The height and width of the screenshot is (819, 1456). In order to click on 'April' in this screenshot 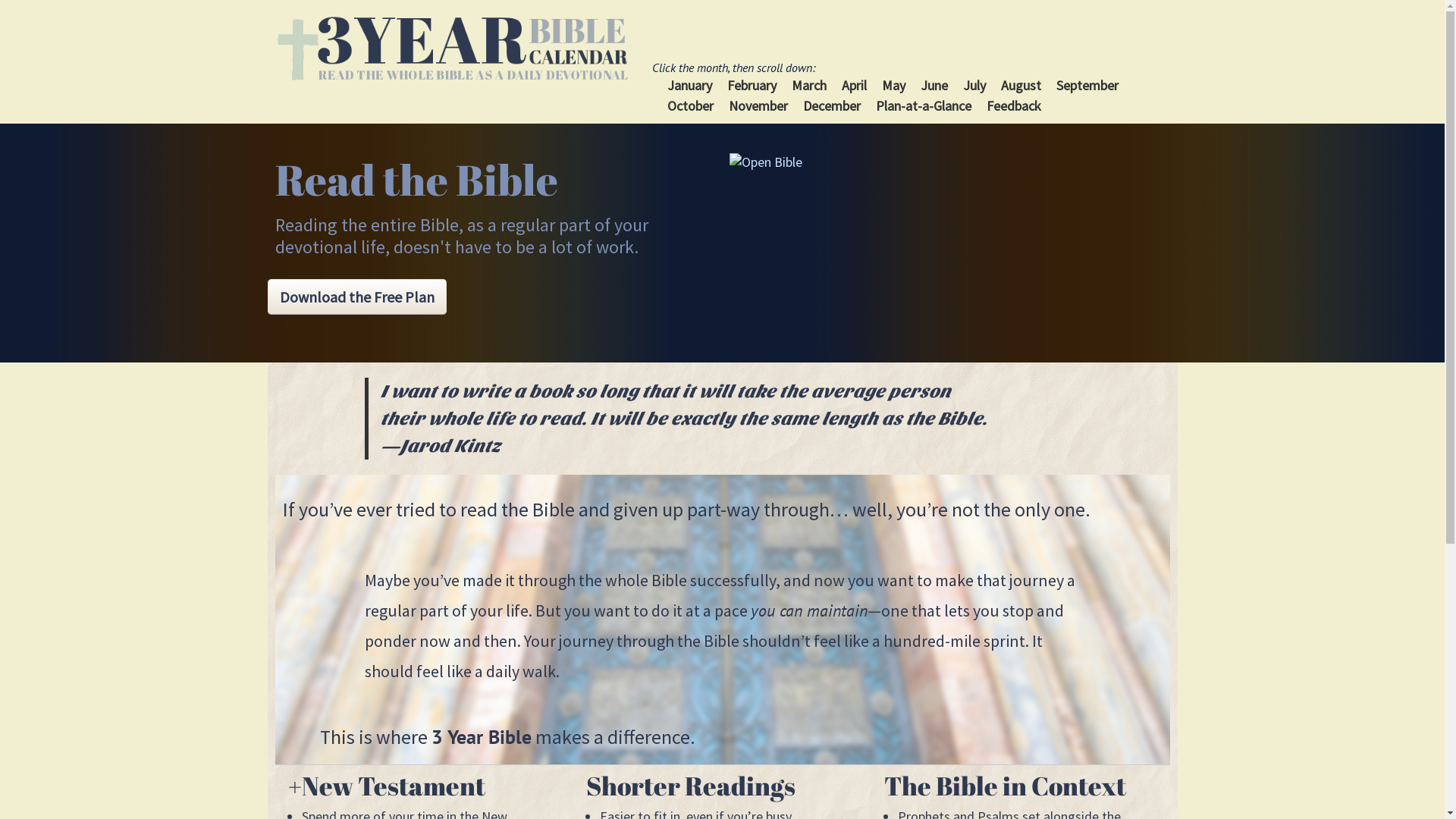, I will do `click(854, 85)`.